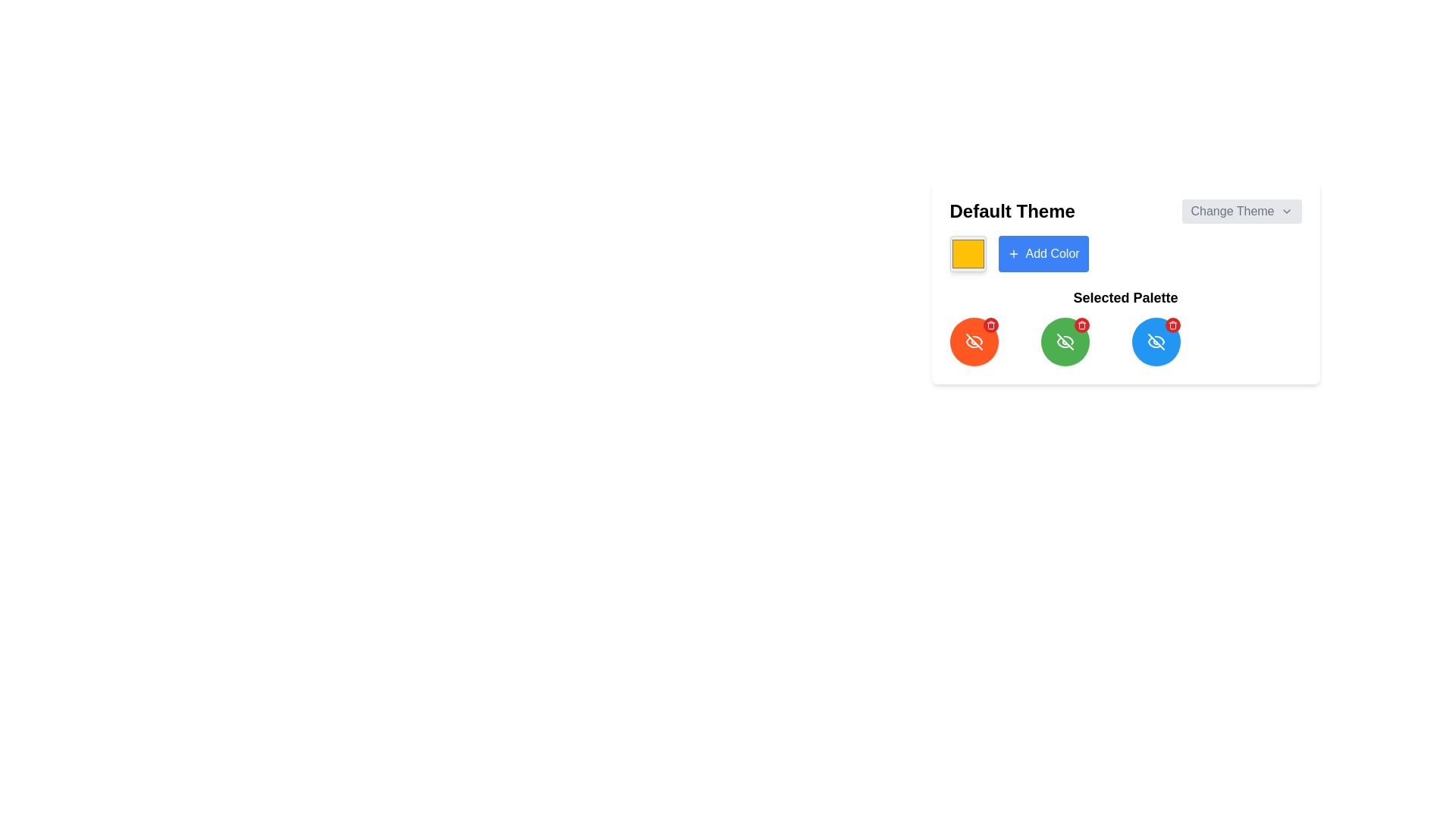 Image resolution: width=1456 pixels, height=819 pixels. I want to click on the square color picker element with a yellow fill and a gray border, so click(967, 253).